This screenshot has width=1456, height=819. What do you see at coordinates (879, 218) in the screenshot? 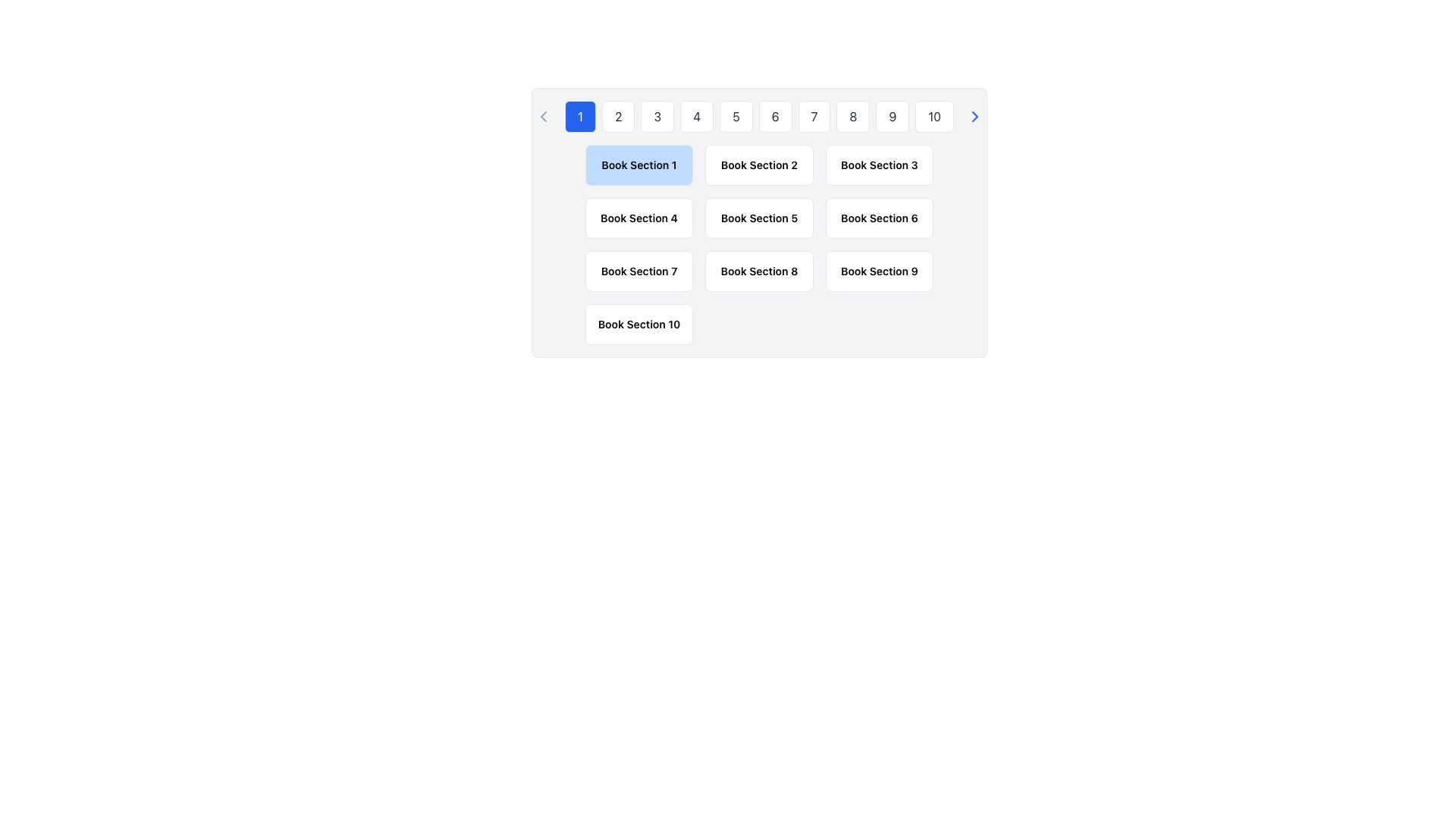
I see `the text label displaying 'Book Section 6', which is centrally located in the third row of a grid layout, styled with a dark font on a light background` at bounding box center [879, 218].